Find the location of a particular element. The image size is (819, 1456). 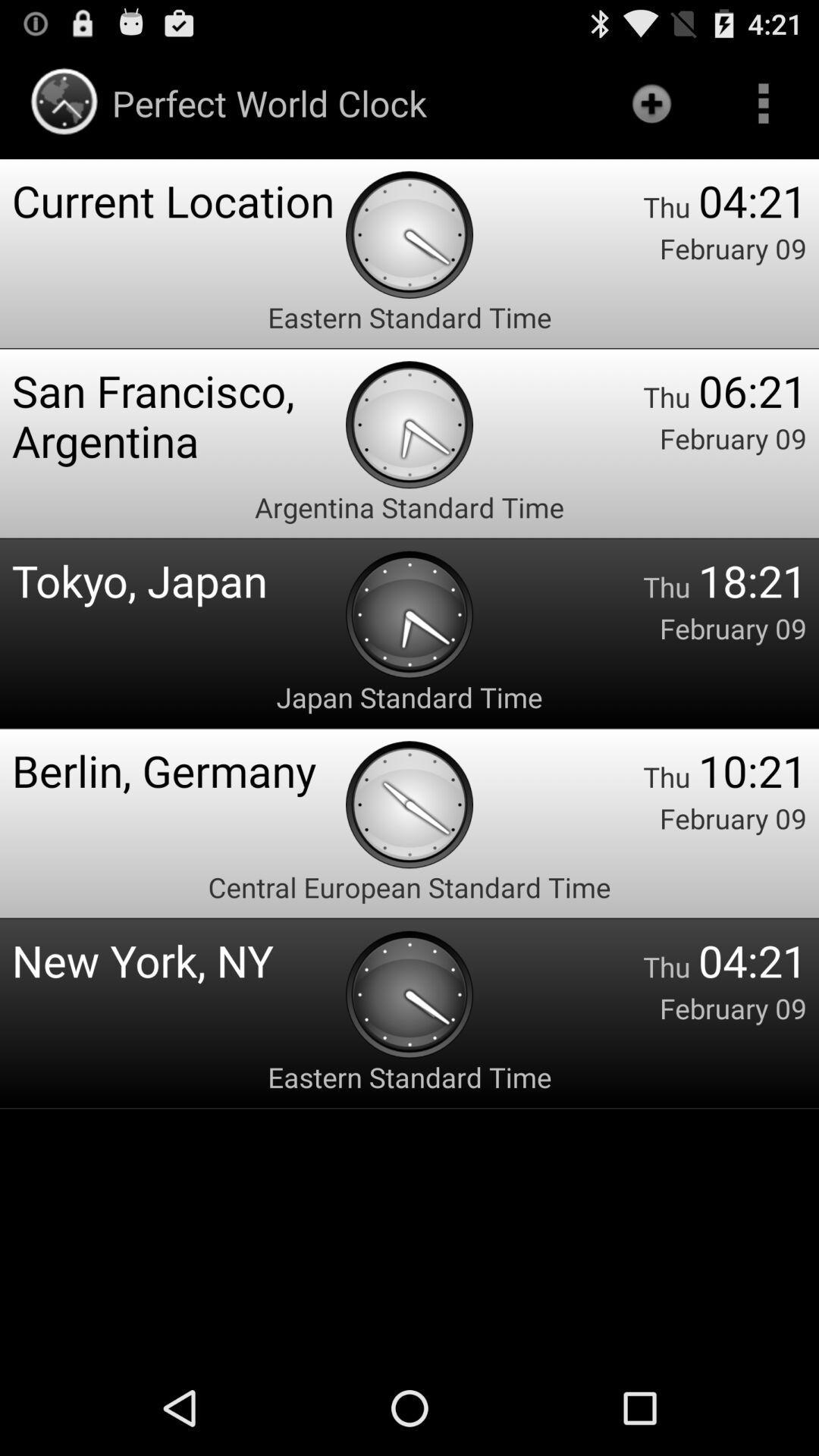

current location is located at coordinates (177, 199).